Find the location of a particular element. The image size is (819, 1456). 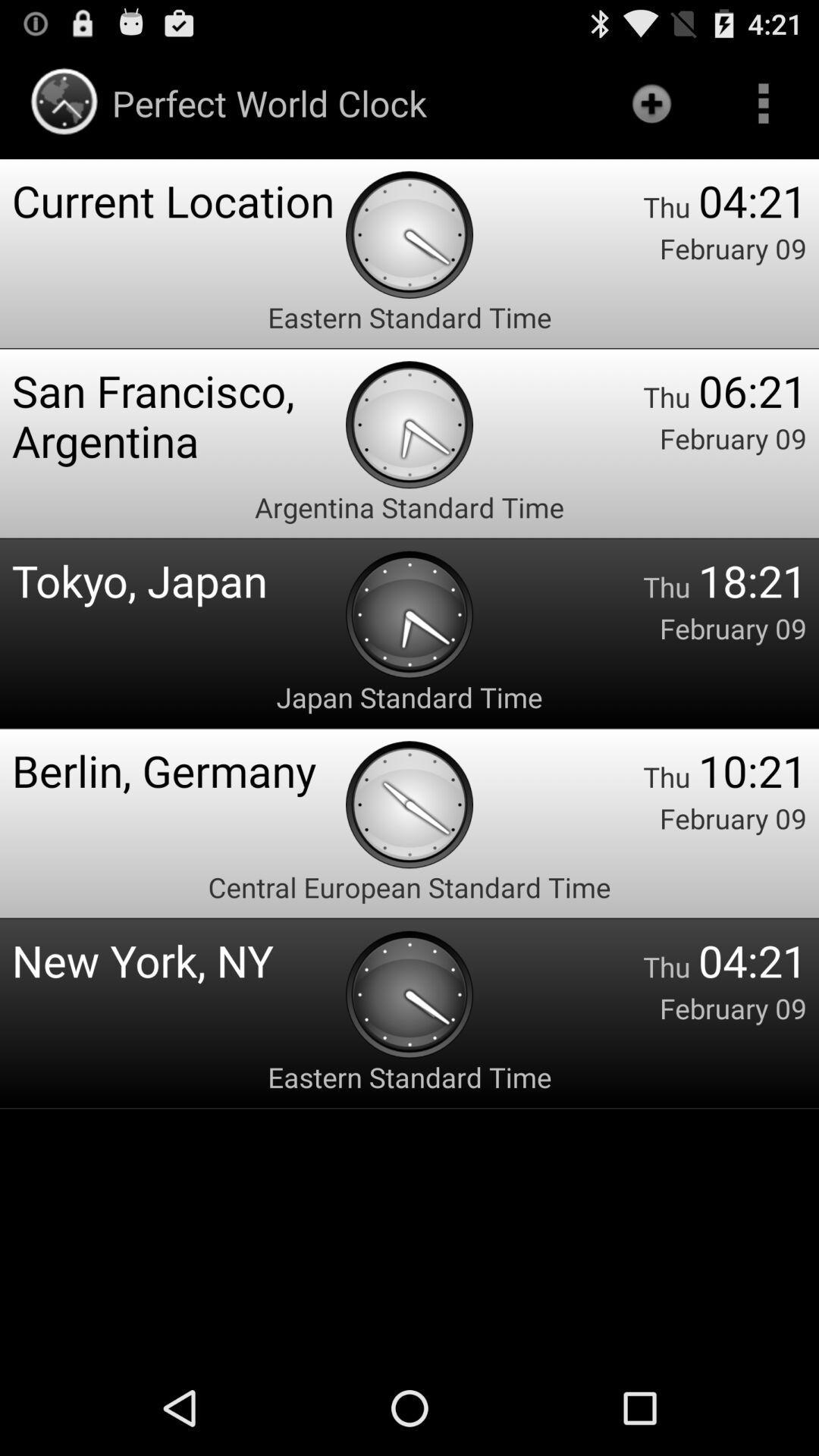

current location is located at coordinates (177, 199).